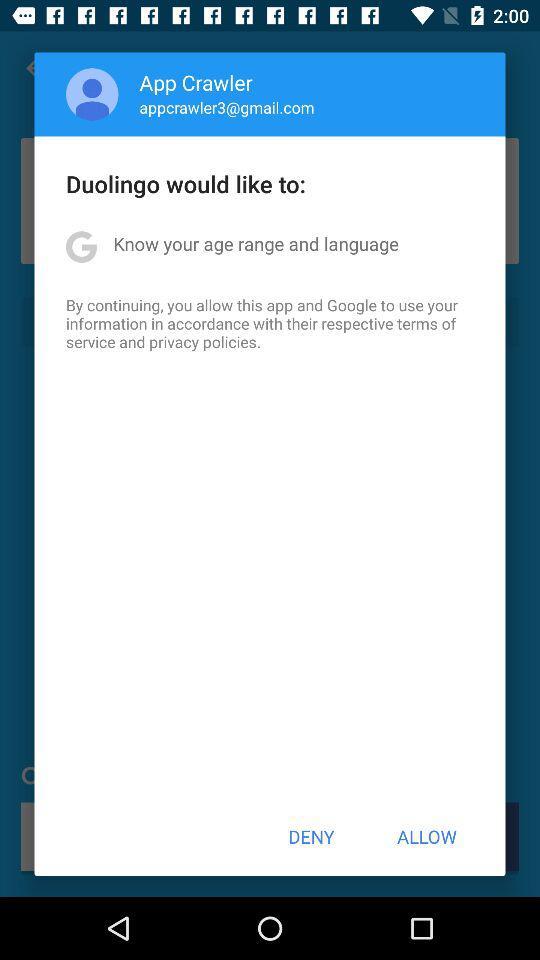  Describe the element at coordinates (256, 242) in the screenshot. I see `the item below duolingo would like app` at that location.